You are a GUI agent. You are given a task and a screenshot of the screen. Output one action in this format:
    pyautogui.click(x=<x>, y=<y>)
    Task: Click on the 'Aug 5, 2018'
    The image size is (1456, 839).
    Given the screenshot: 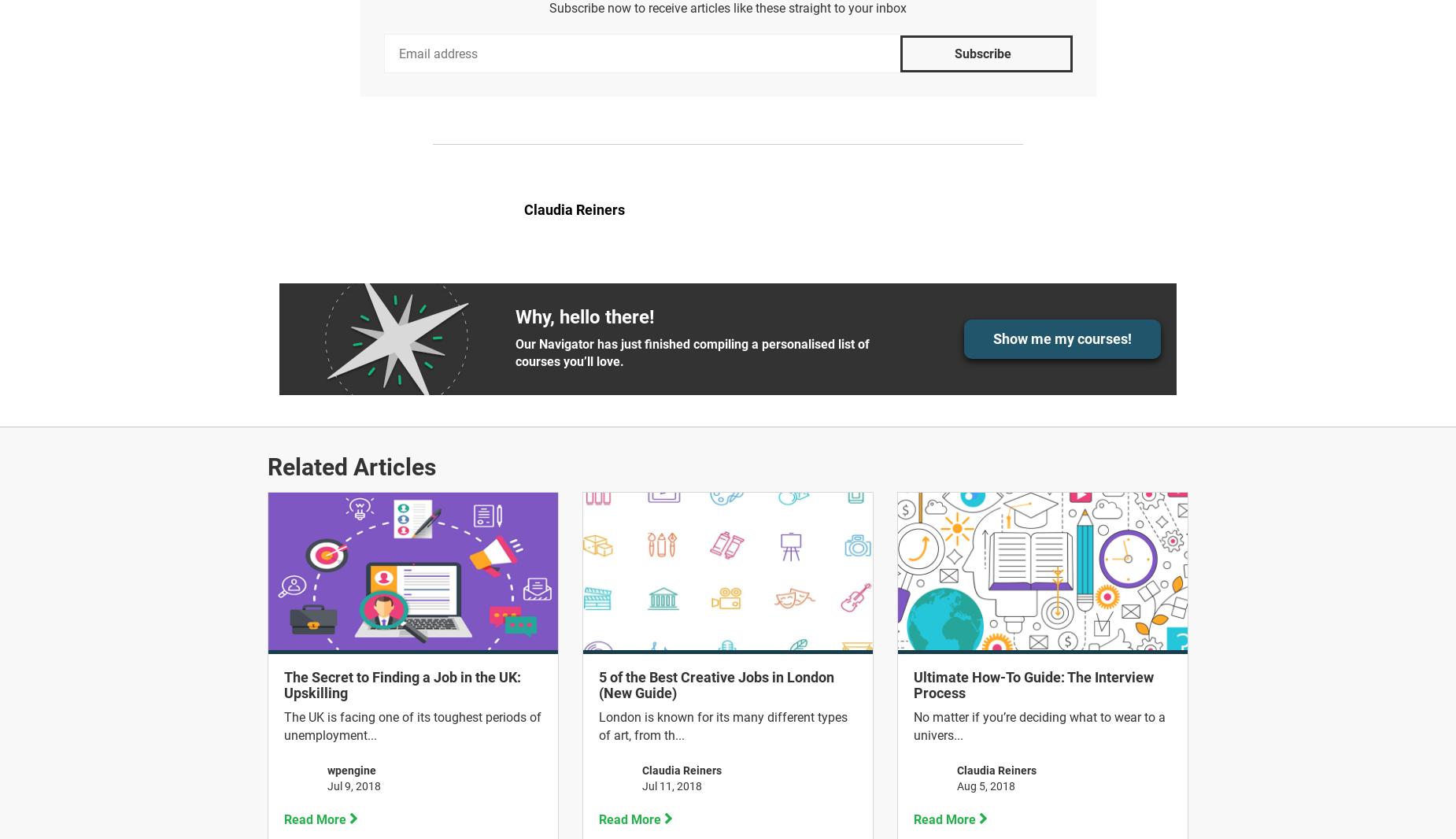 What is the action you would take?
    pyautogui.click(x=955, y=785)
    